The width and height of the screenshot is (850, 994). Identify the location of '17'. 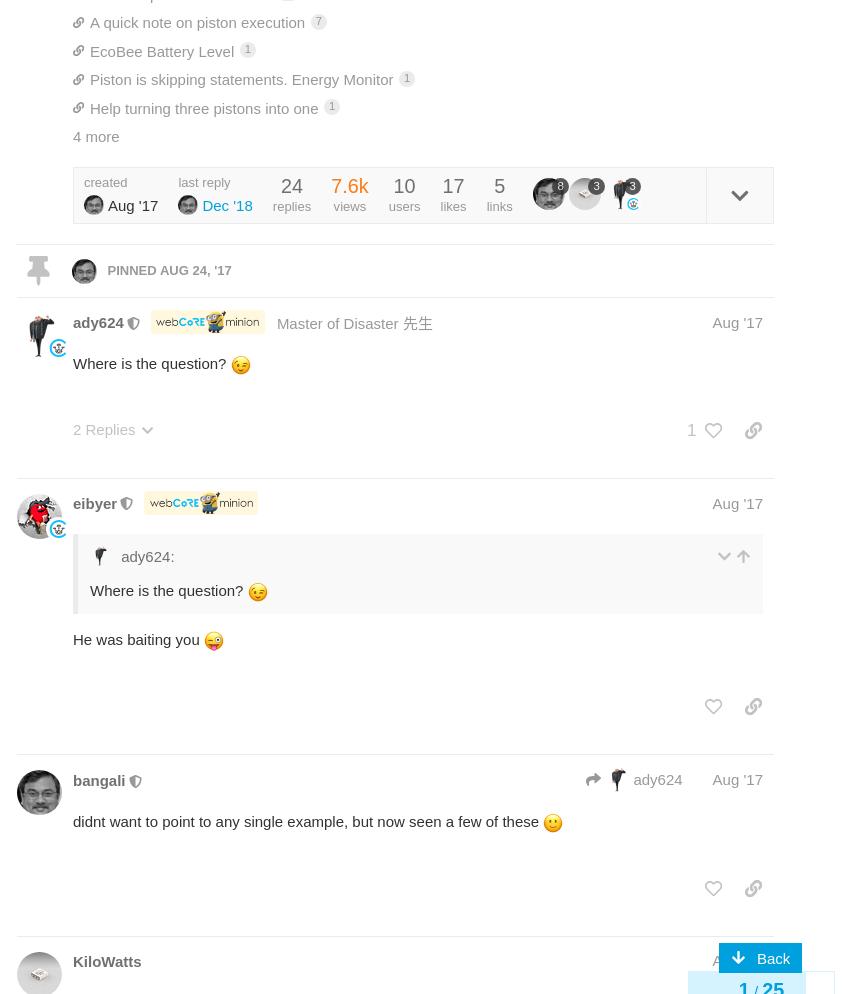
(451, 184).